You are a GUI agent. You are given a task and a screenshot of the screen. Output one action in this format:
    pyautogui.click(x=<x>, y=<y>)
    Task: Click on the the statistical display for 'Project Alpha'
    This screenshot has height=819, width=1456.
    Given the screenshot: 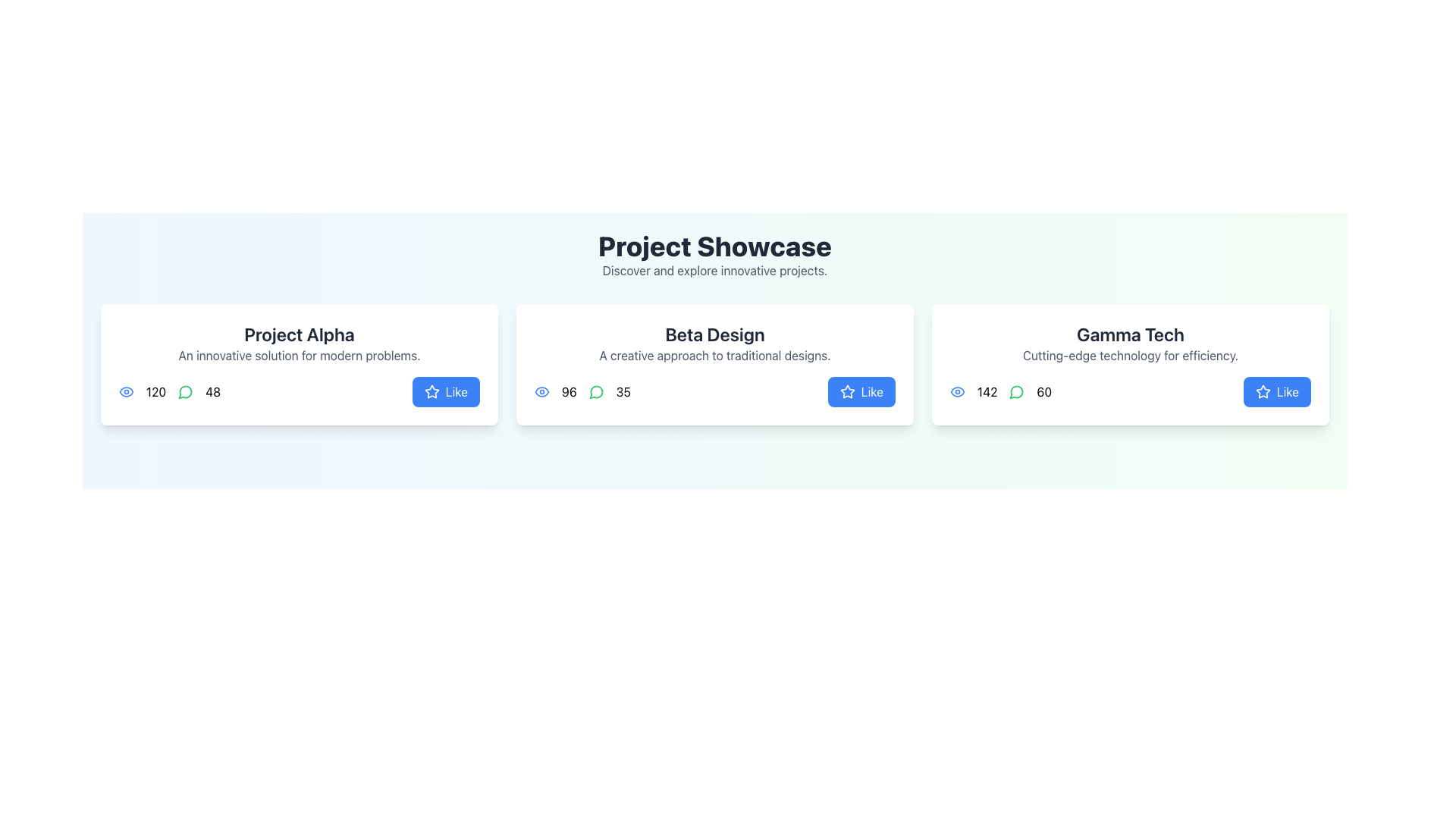 What is the action you would take?
    pyautogui.click(x=170, y=391)
    